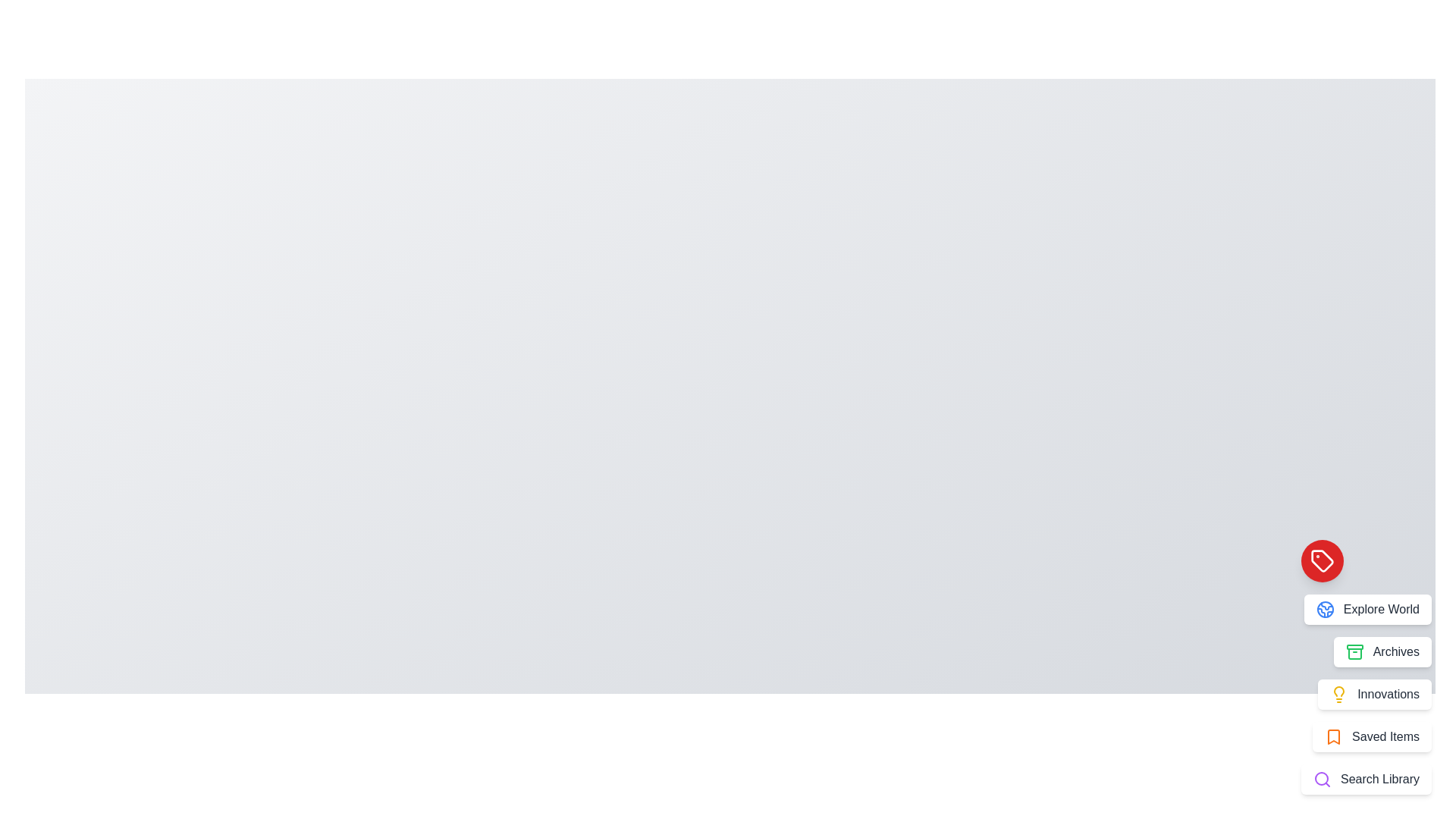 This screenshot has width=1456, height=819. I want to click on the menu item labeled 'Search Library' to observe its hover effect, so click(1366, 780).